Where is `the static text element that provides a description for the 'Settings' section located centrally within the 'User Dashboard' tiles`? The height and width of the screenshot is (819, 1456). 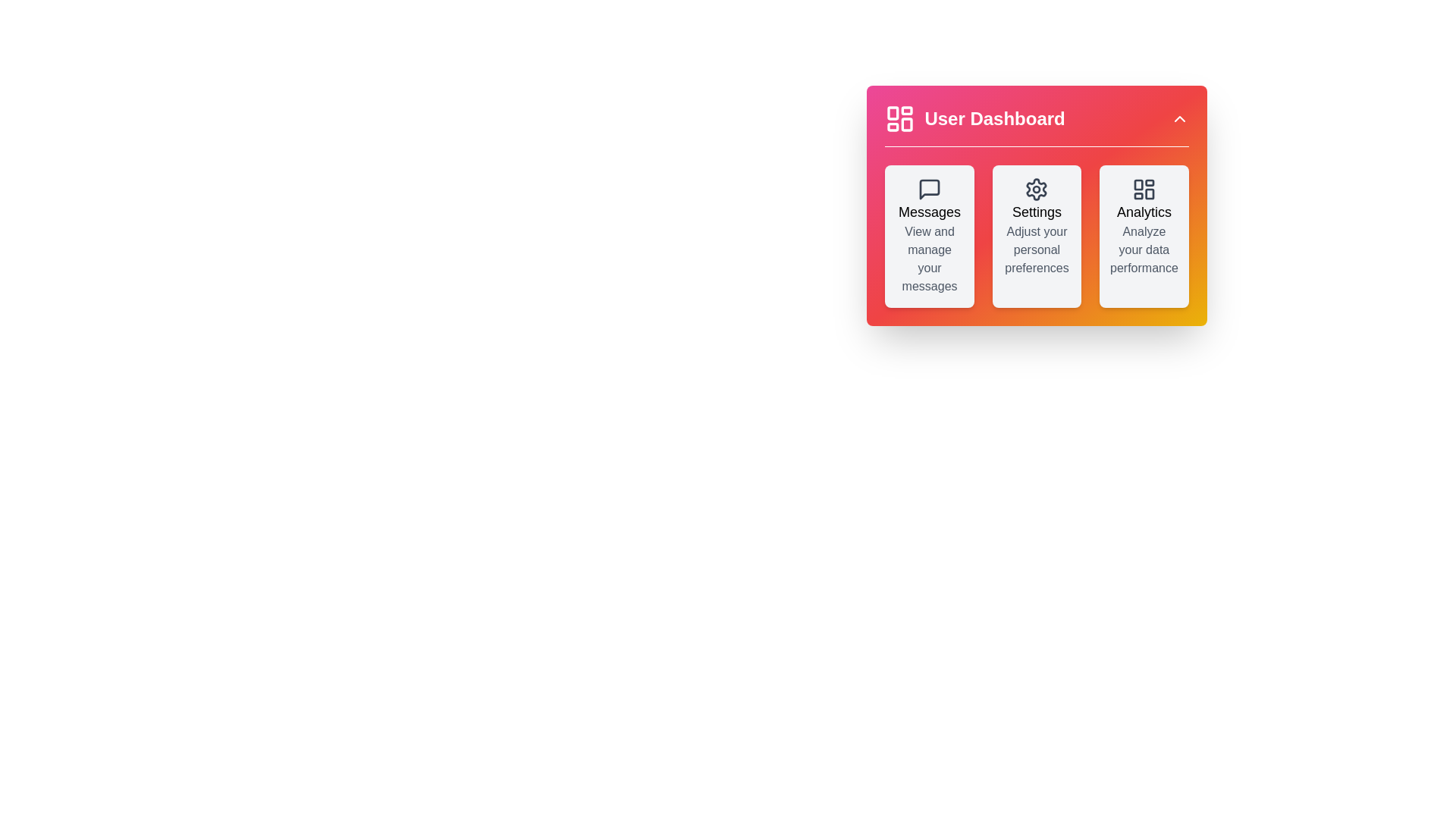
the static text element that provides a description for the 'Settings' section located centrally within the 'User Dashboard' tiles is located at coordinates (1036, 249).